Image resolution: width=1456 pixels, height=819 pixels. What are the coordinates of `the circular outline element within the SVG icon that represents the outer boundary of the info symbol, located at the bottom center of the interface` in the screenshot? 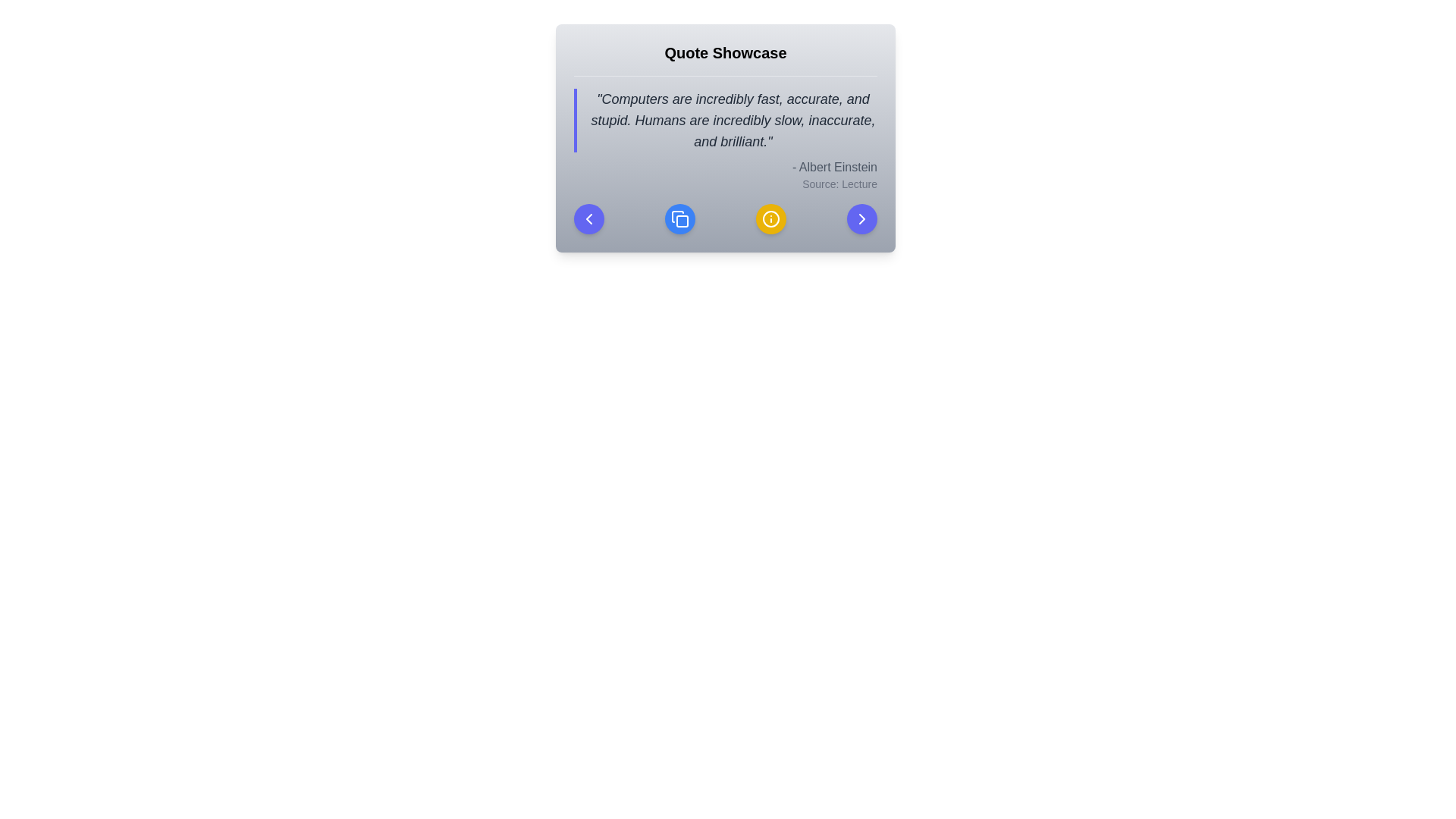 It's located at (771, 219).